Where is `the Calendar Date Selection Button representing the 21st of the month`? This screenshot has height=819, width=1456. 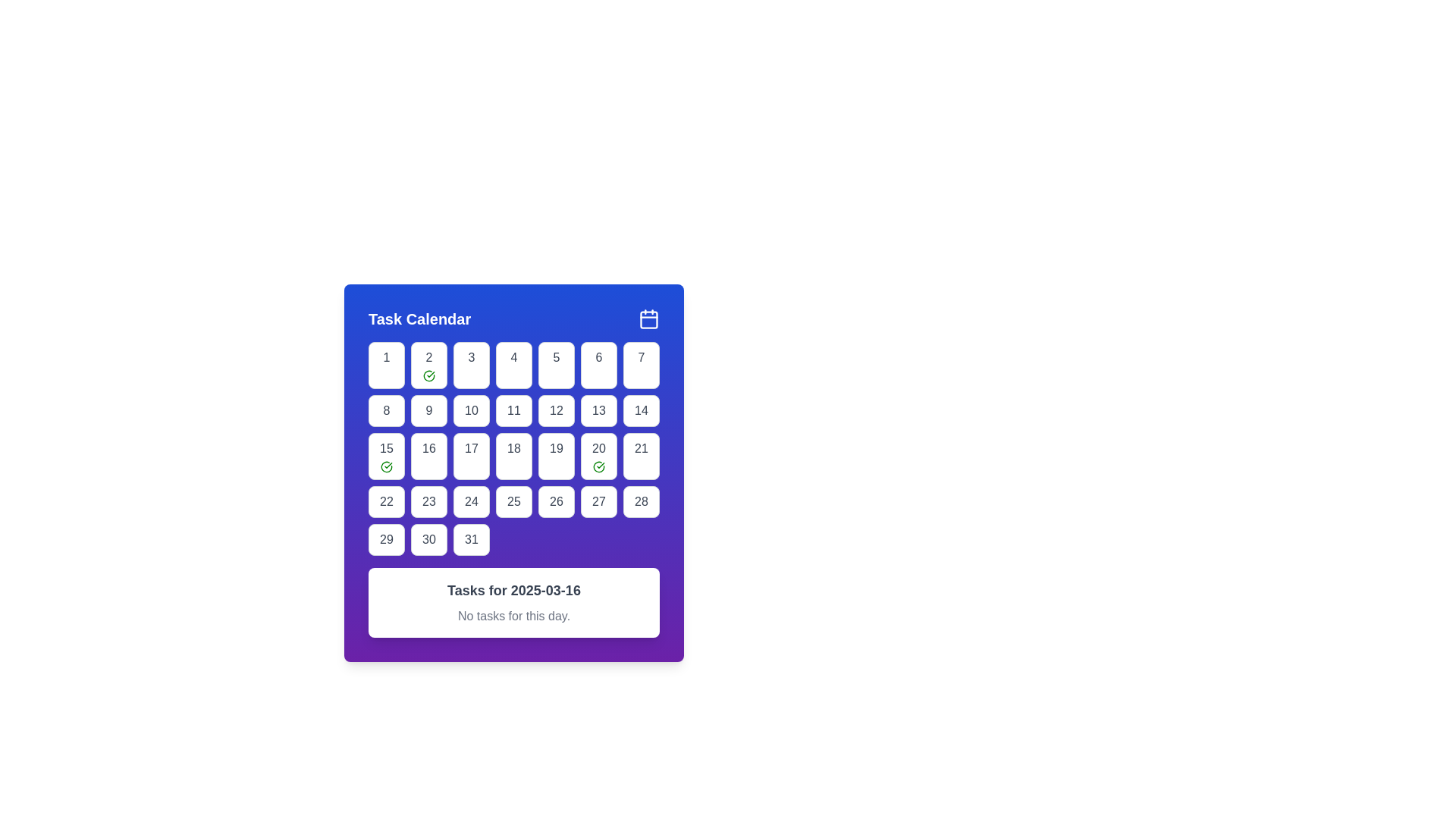
the Calendar Date Selection Button representing the 21st of the month is located at coordinates (641, 447).